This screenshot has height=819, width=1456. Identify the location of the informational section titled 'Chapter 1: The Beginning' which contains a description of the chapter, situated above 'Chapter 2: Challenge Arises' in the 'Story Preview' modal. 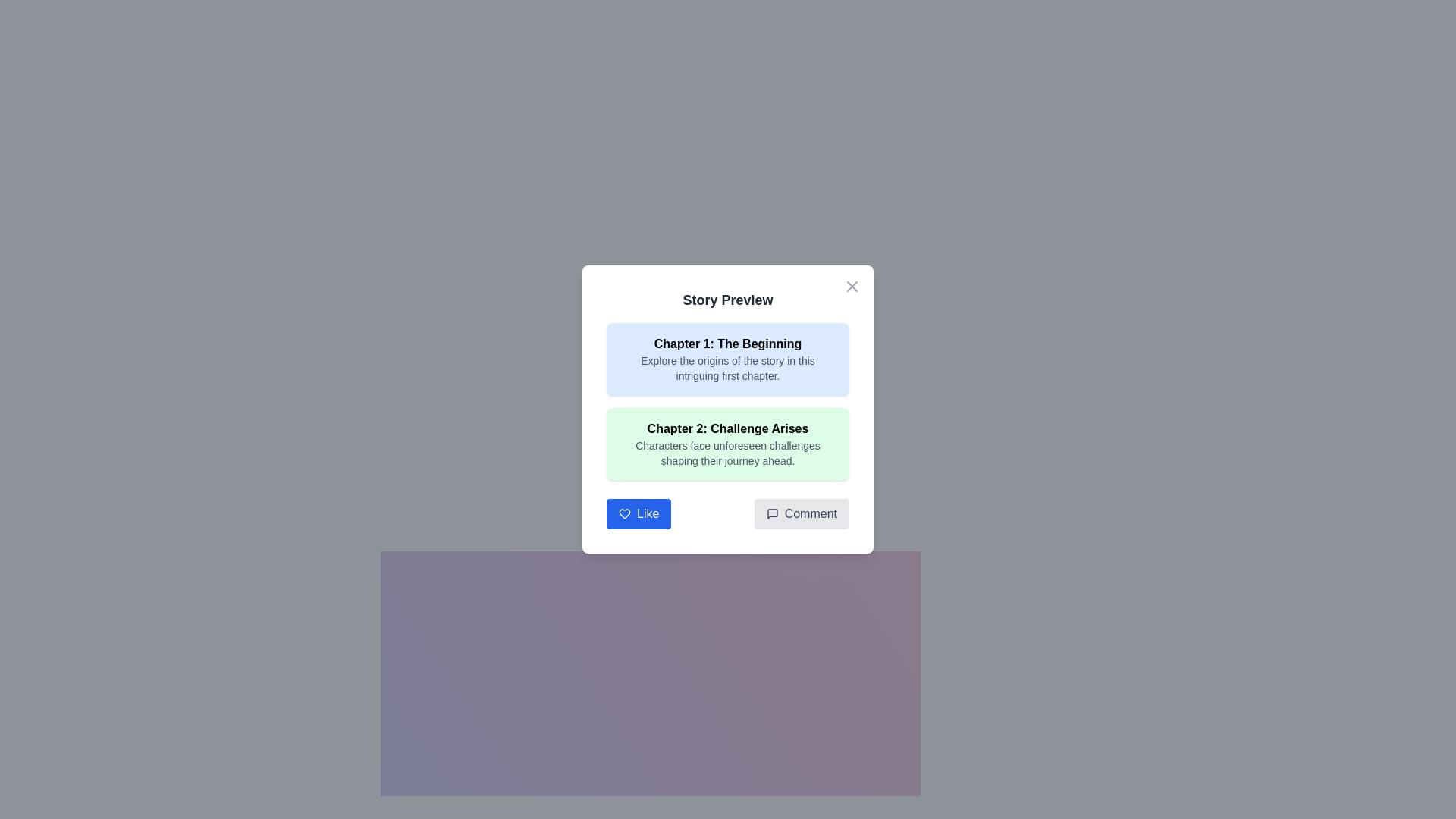
(728, 359).